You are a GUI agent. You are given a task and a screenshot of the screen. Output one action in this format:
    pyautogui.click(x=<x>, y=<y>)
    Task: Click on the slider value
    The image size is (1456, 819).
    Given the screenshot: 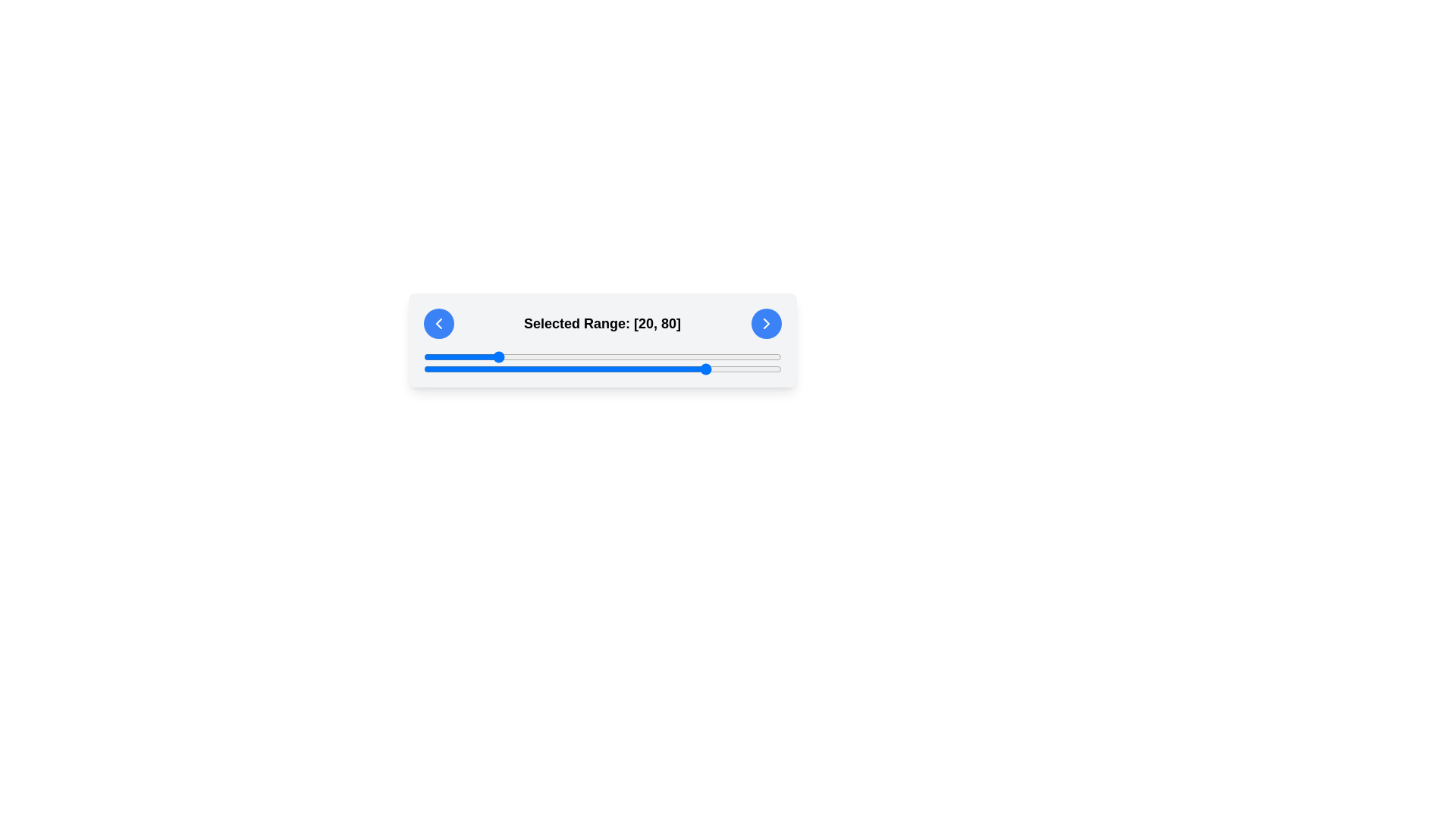 What is the action you would take?
    pyautogui.click(x=716, y=356)
    